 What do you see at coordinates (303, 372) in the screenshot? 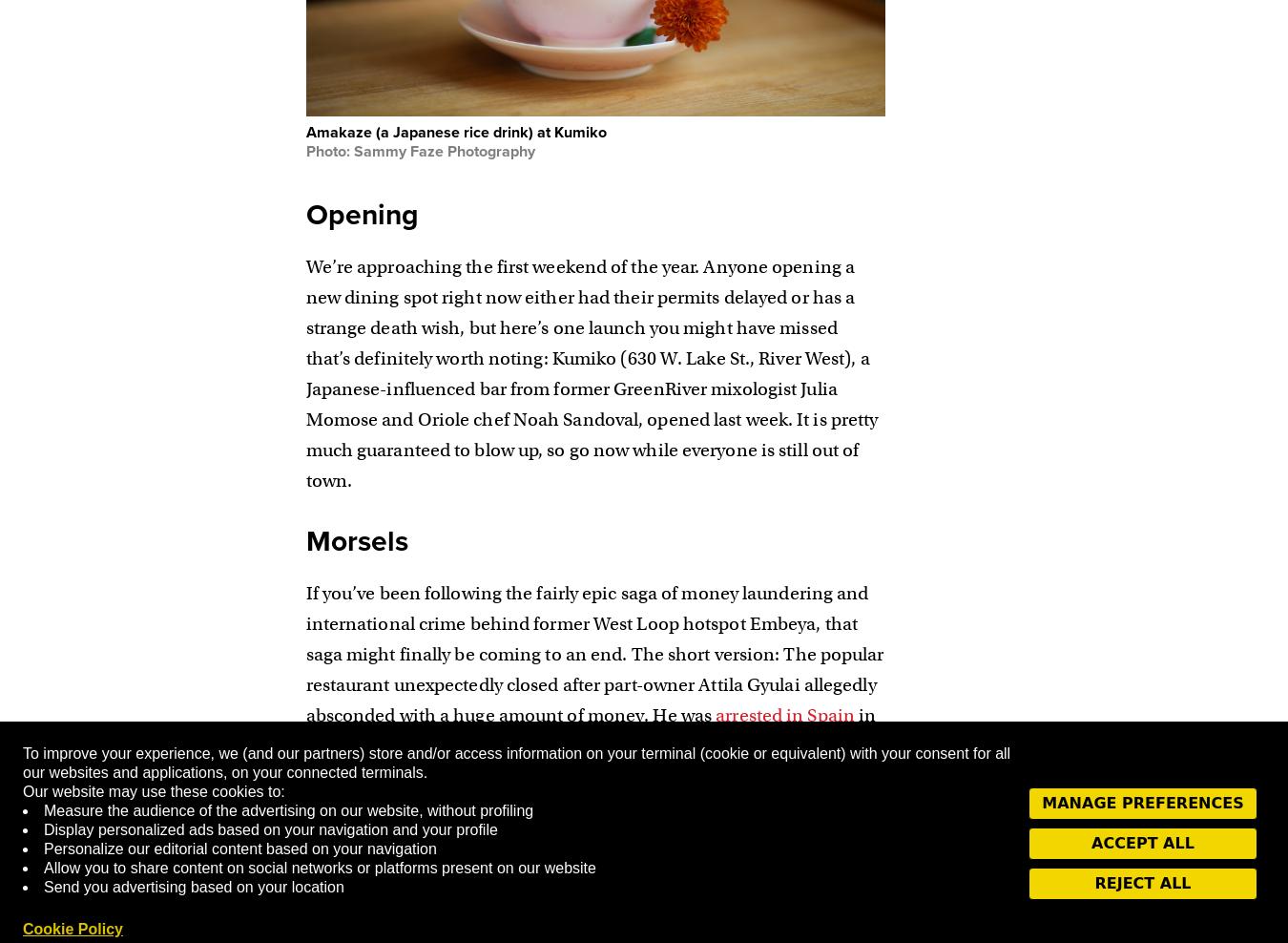
I see `'We’re approaching the first weekend of the year. Anyone opening a new dining spot right now either had their permits delayed or has a strange death wish, but here’s one launch you might have missed that’s definitely worth noting: Kumiko (630 W. Lake St., River West), a Japanese-influenced bar from former GreenRiver mixologist Julia Momose and Oriole chef Noah Sandoval, opened last week. It is pretty much guaranteed to blow up, so go now while everyone is still out of town.'` at bounding box center [303, 372].